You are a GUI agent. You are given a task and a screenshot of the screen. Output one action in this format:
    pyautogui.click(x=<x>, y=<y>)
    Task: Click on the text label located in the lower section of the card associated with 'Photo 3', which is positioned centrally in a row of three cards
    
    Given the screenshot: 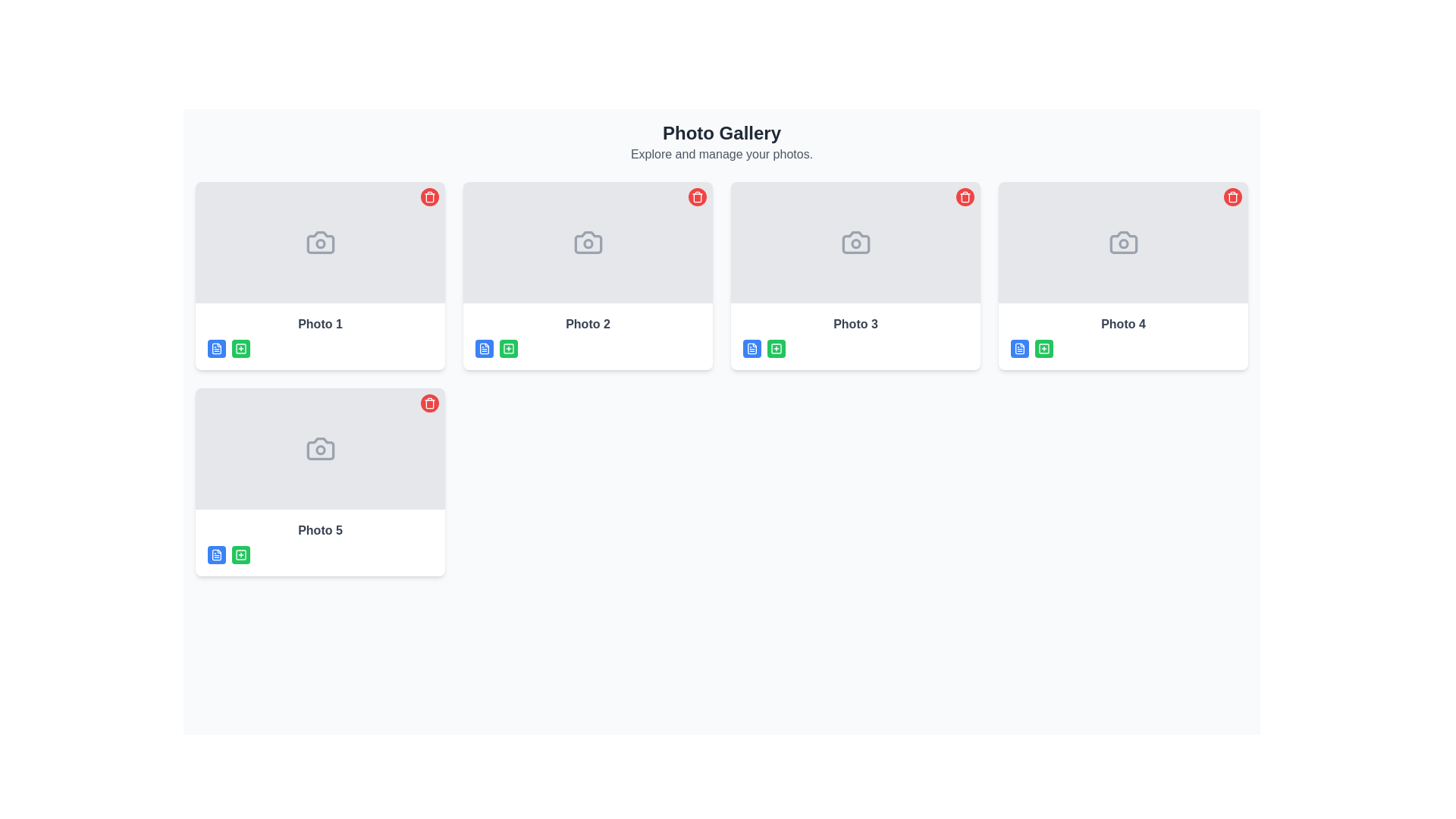 What is the action you would take?
    pyautogui.click(x=855, y=335)
    